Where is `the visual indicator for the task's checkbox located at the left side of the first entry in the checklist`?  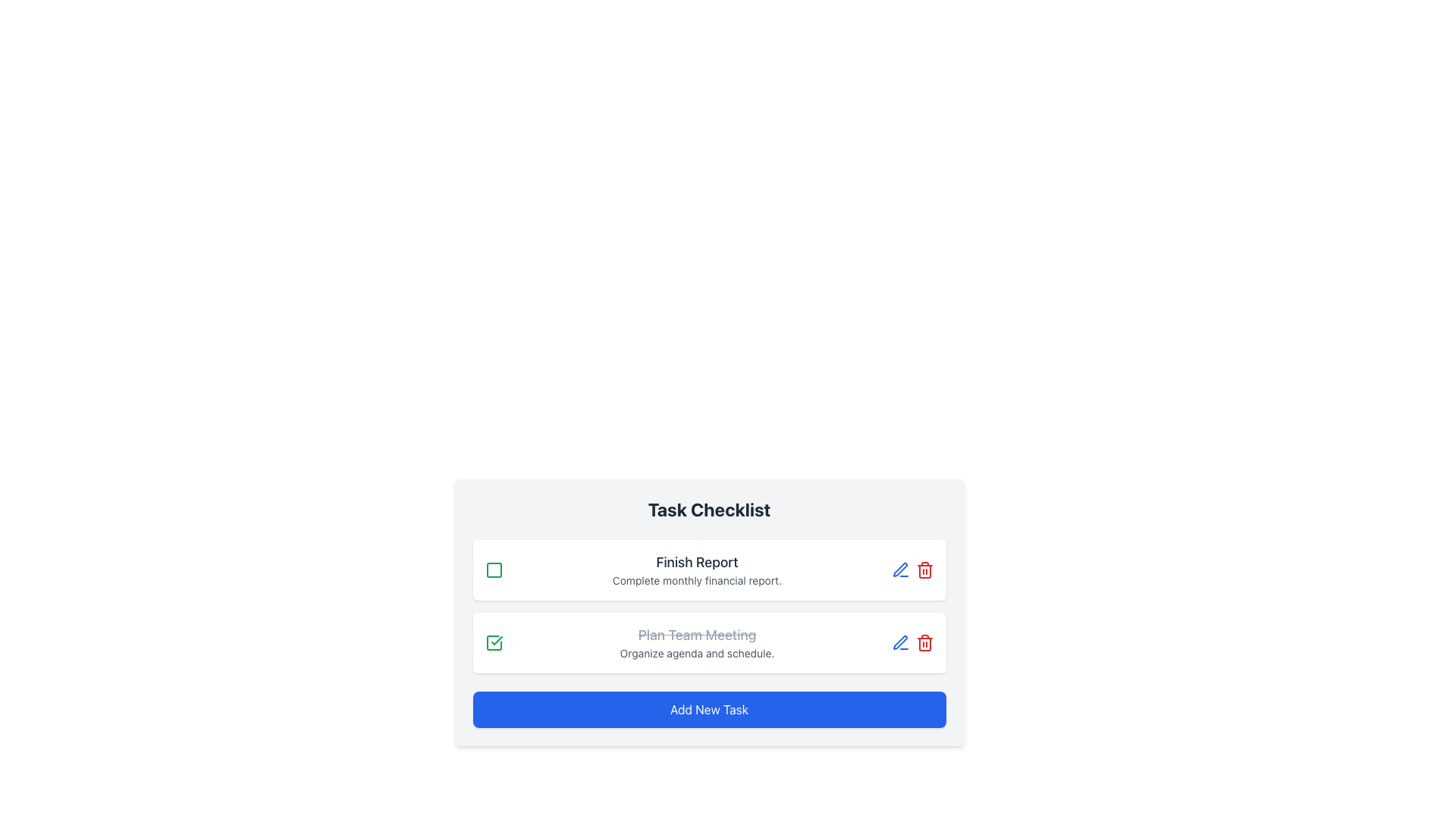 the visual indicator for the task's checkbox located at the left side of the first entry in the checklist is located at coordinates (494, 570).